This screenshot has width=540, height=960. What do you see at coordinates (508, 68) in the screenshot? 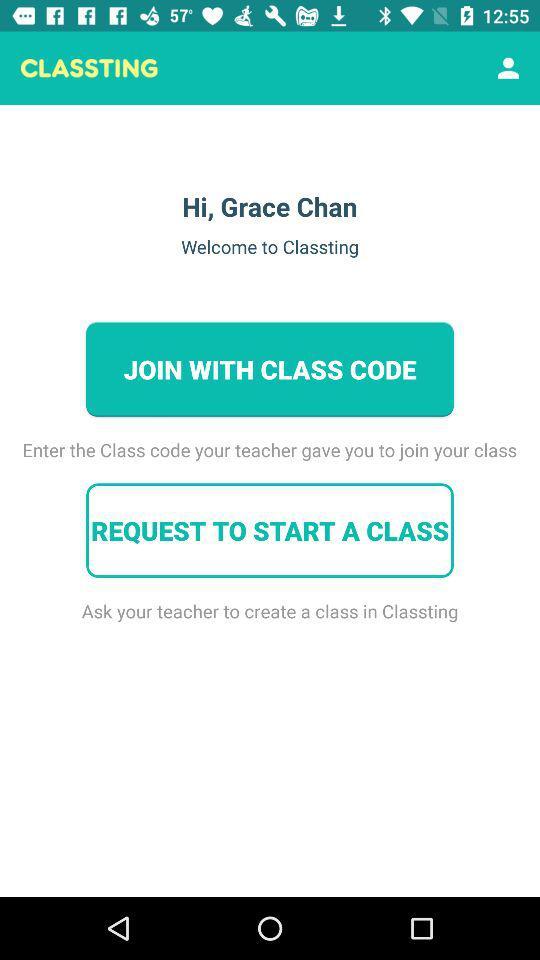
I see `icon at the top right corner` at bounding box center [508, 68].